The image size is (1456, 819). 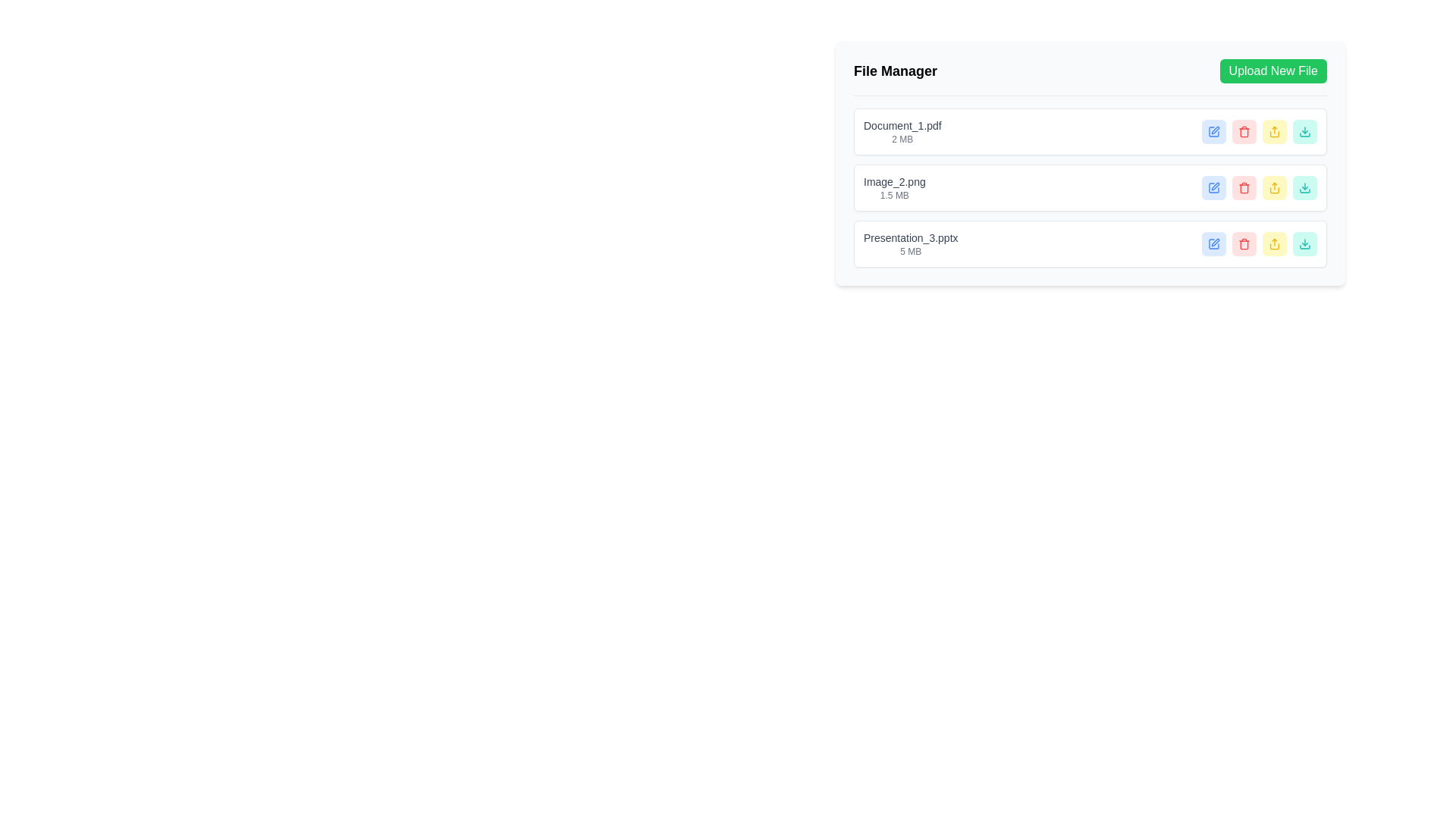 I want to click on the edit icon associated with the file entry 'Image_2.png' in the file manager application, so click(x=1214, y=187).